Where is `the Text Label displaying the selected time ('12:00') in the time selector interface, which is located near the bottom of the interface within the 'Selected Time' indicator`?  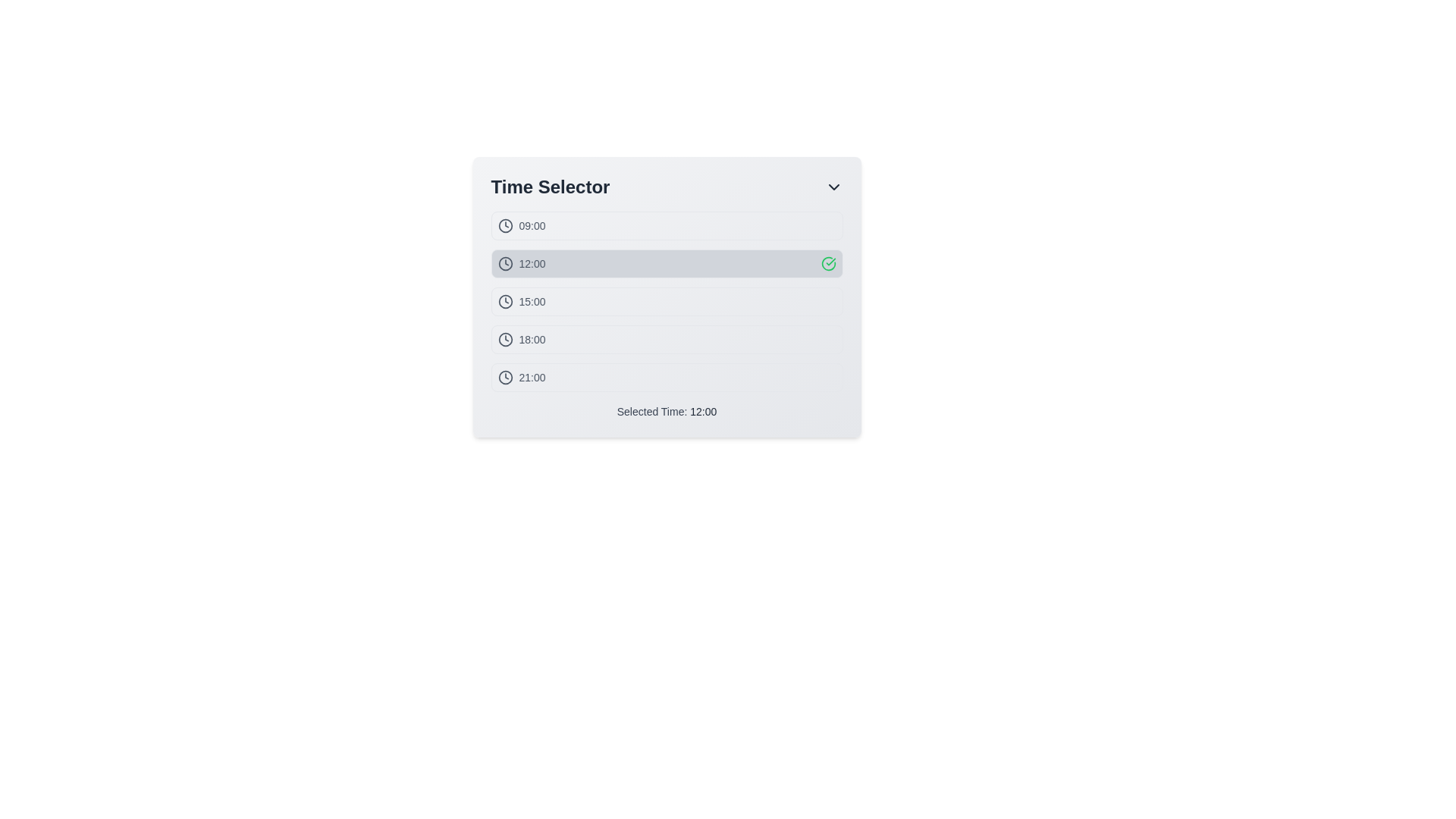
the Text Label displaying the selected time ('12:00') in the time selector interface, which is located near the bottom of the interface within the 'Selected Time' indicator is located at coordinates (702, 412).